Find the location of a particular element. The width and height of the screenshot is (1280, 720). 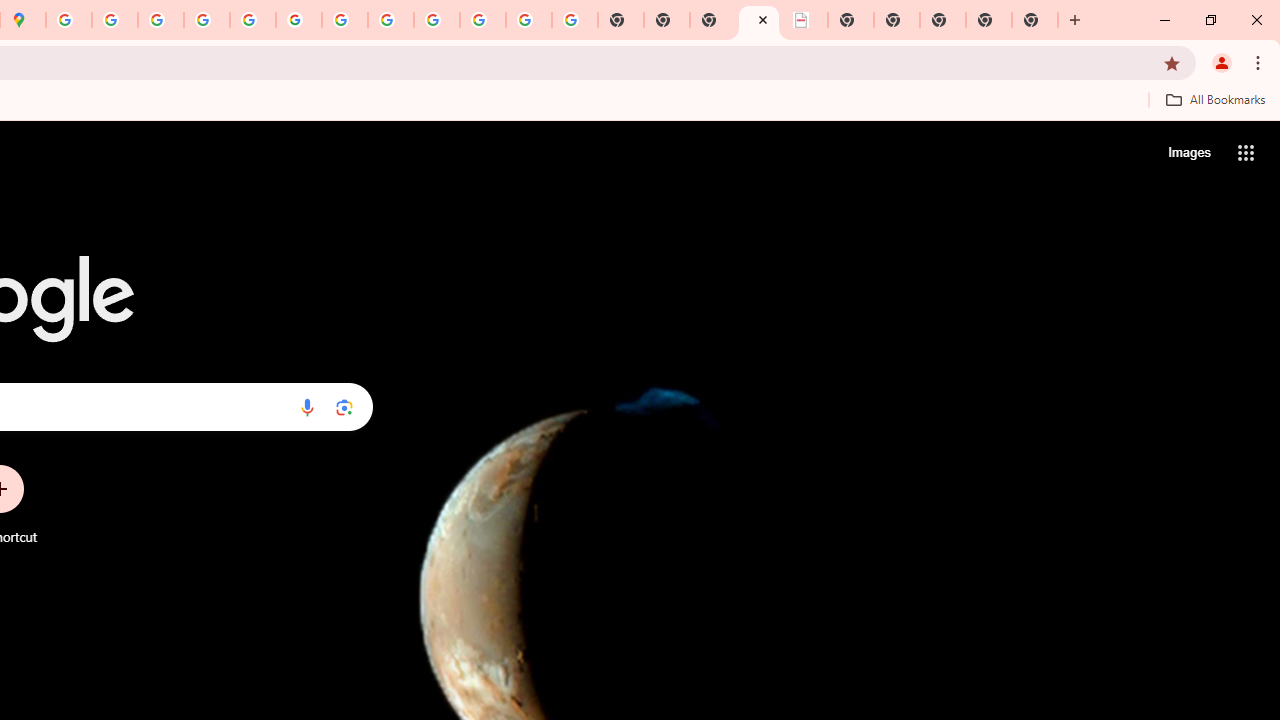

'LAAD Defence & Security 2025 | BAE Systems' is located at coordinates (805, 20).